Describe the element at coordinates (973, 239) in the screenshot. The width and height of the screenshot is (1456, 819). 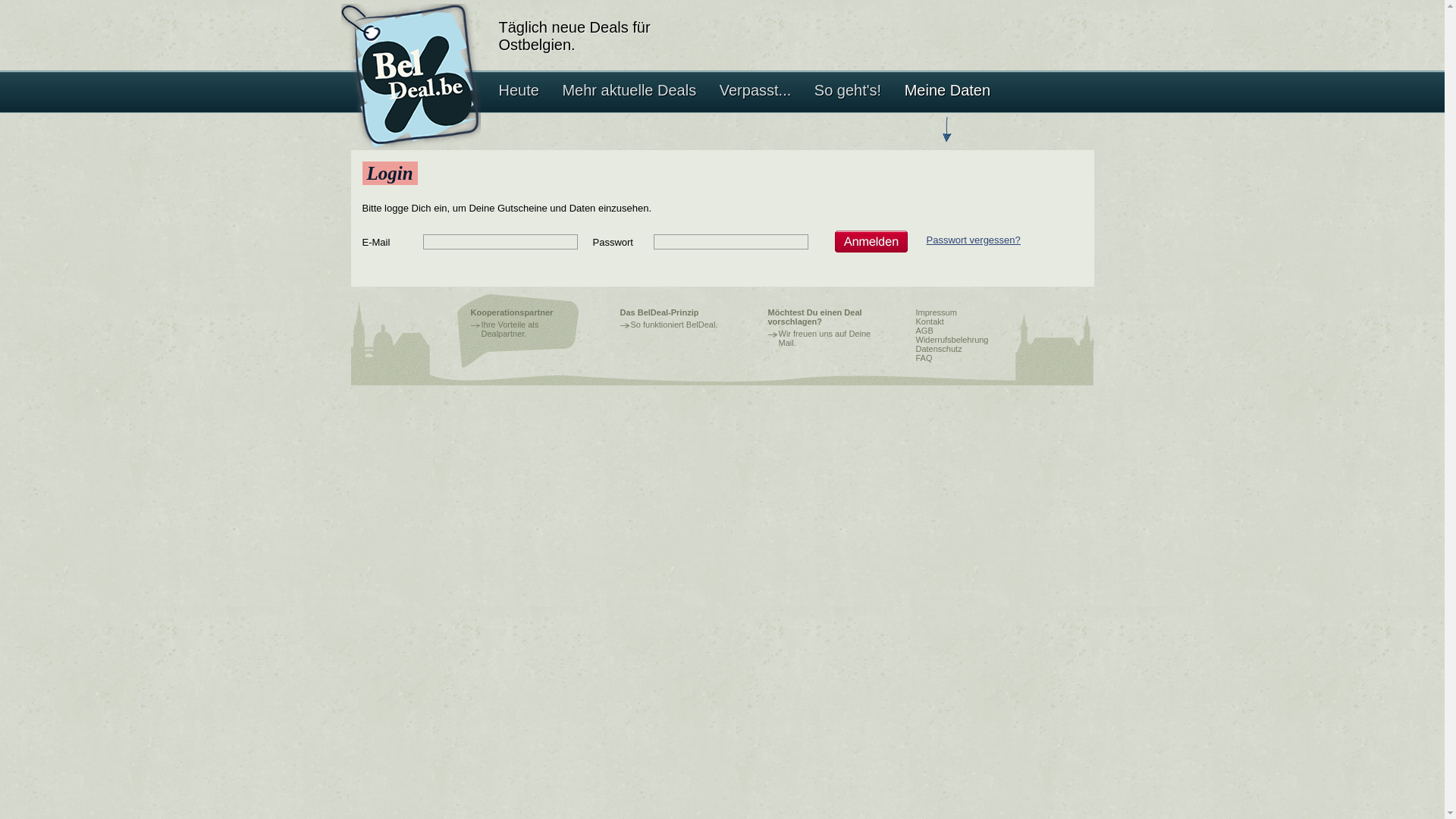
I see `'Passwort vergessen?'` at that location.